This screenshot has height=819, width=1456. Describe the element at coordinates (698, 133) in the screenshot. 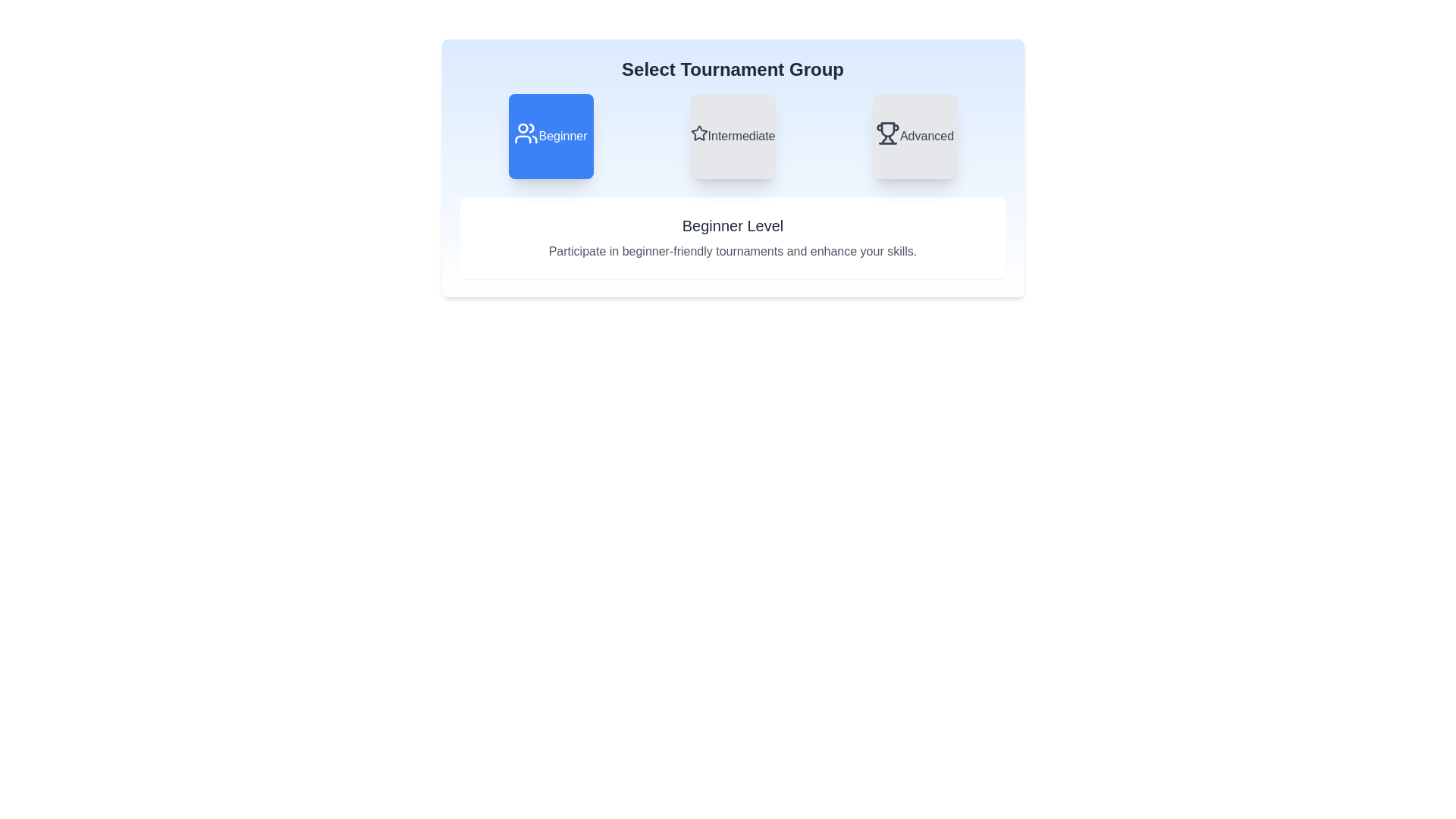

I see `the star icon that symbolizes the 'Intermediate' level, centrally placed between the 'Beginner' and 'Advanced' cards` at that location.